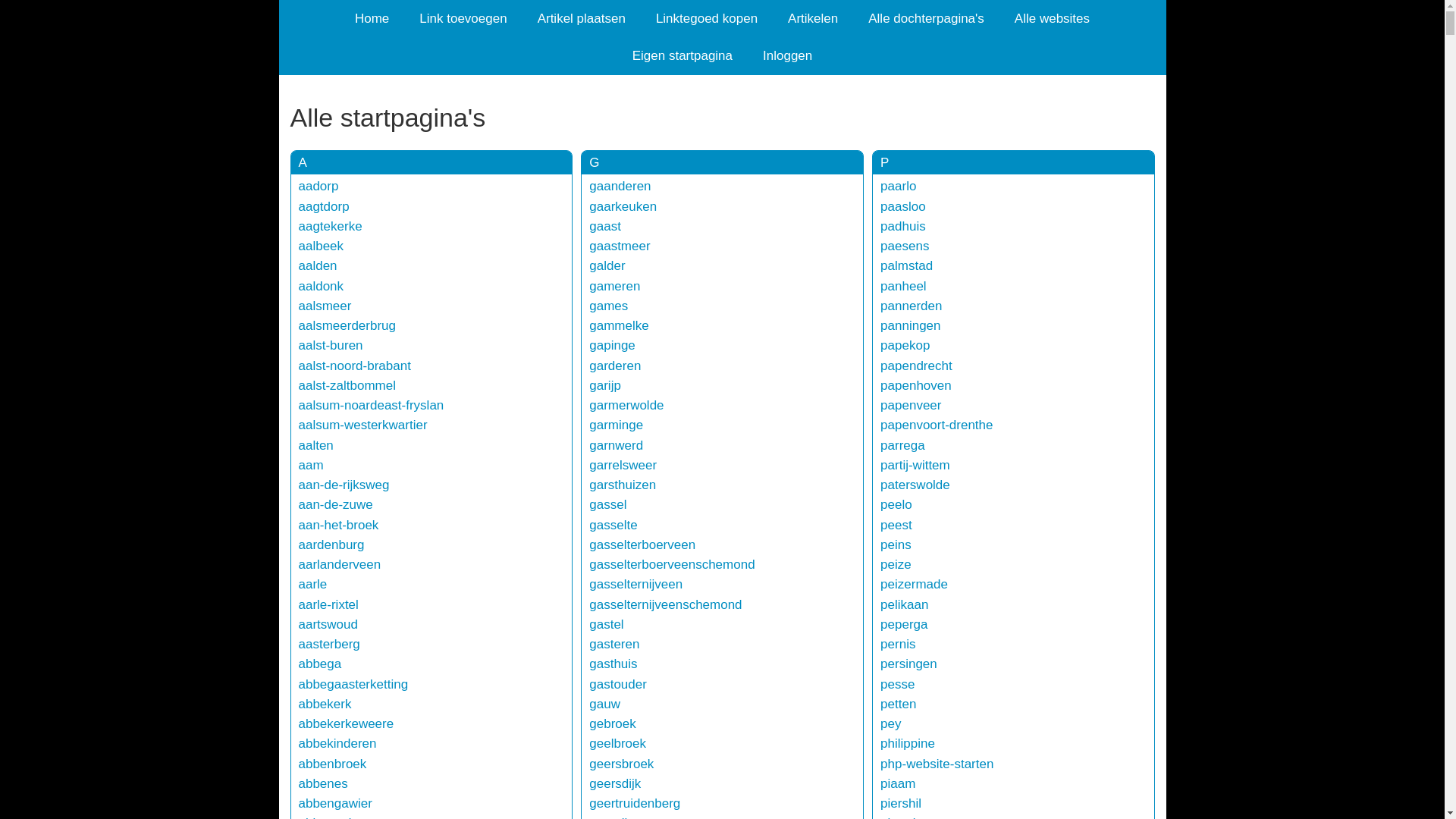 The width and height of the screenshot is (1456, 819). What do you see at coordinates (880, 464) in the screenshot?
I see `'partij-wittem'` at bounding box center [880, 464].